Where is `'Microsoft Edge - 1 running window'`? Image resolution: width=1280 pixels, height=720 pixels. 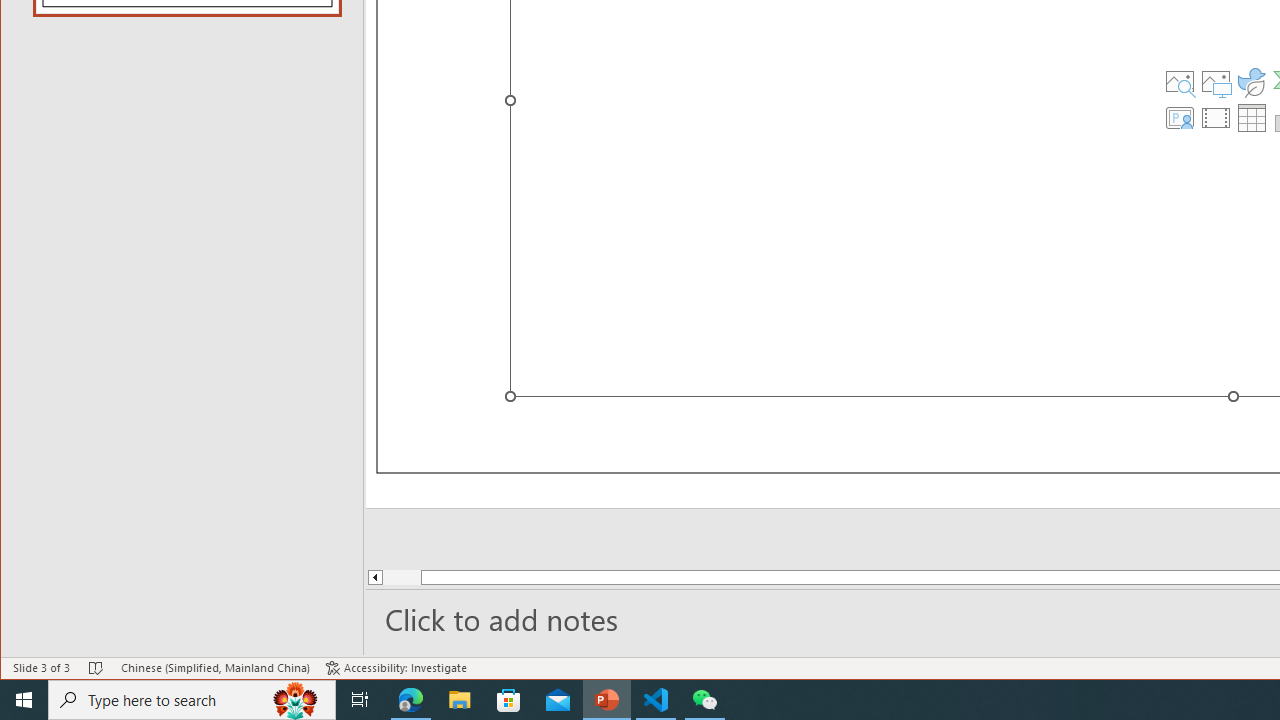 'Microsoft Edge - 1 running window' is located at coordinates (410, 698).